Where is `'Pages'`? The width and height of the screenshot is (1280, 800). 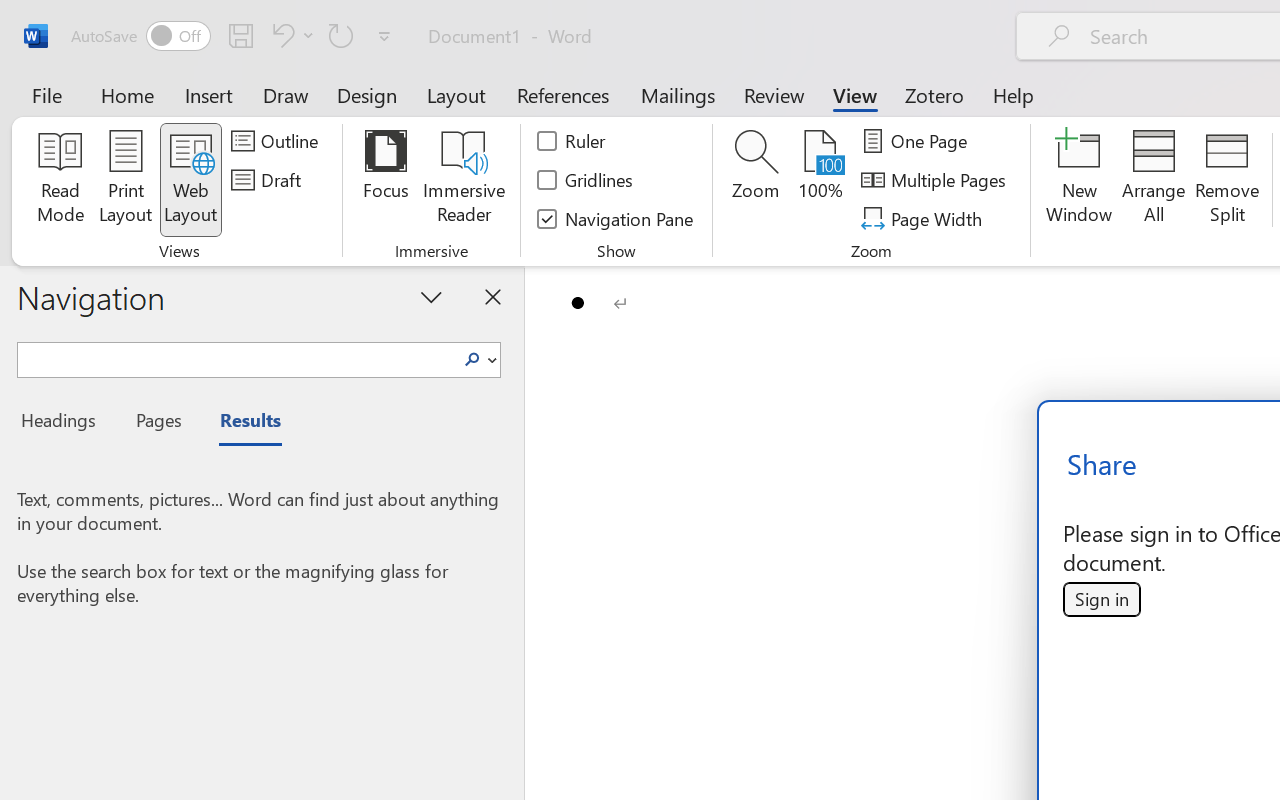
'Pages' is located at coordinates (155, 423).